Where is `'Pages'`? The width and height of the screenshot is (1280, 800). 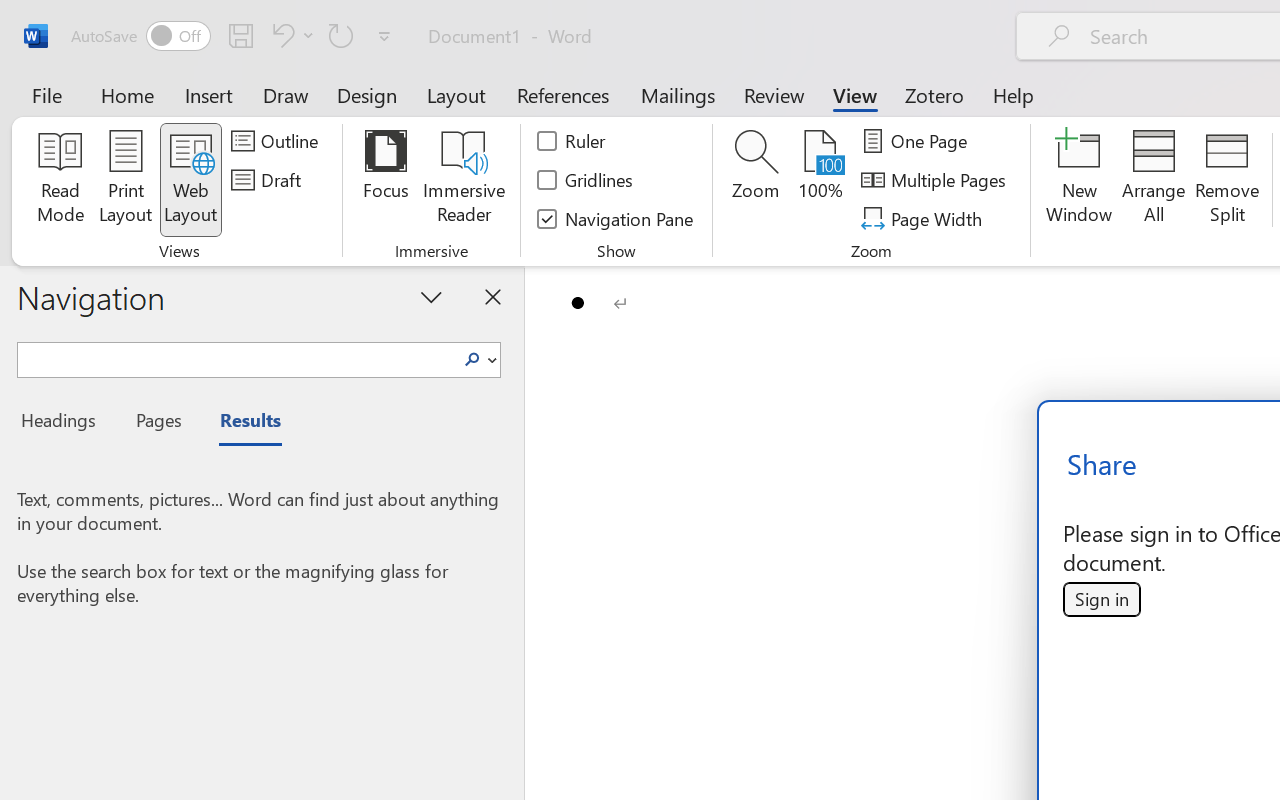
'Pages' is located at coordinates (155, 423).